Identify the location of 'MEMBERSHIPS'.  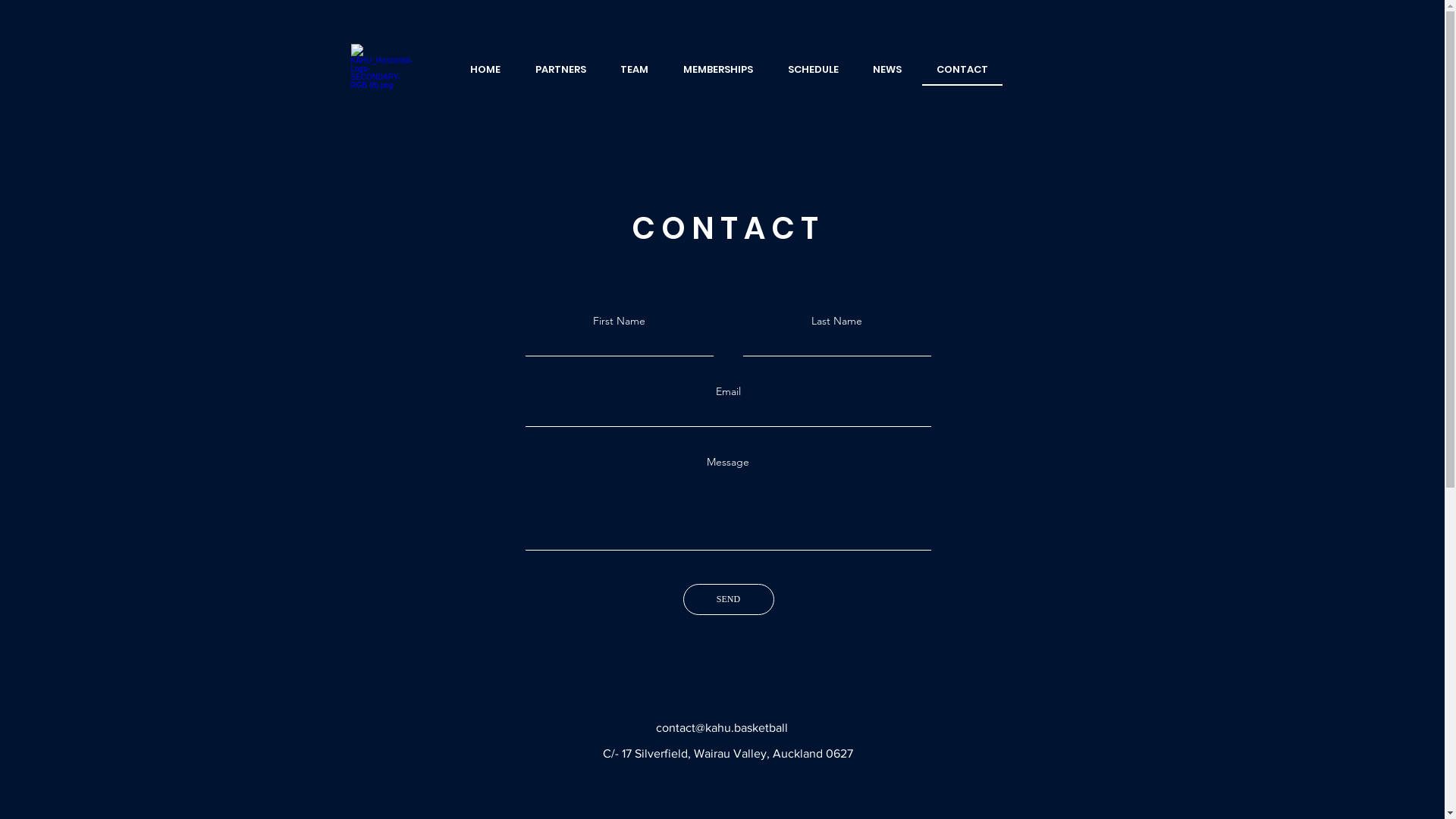
(717, 70).